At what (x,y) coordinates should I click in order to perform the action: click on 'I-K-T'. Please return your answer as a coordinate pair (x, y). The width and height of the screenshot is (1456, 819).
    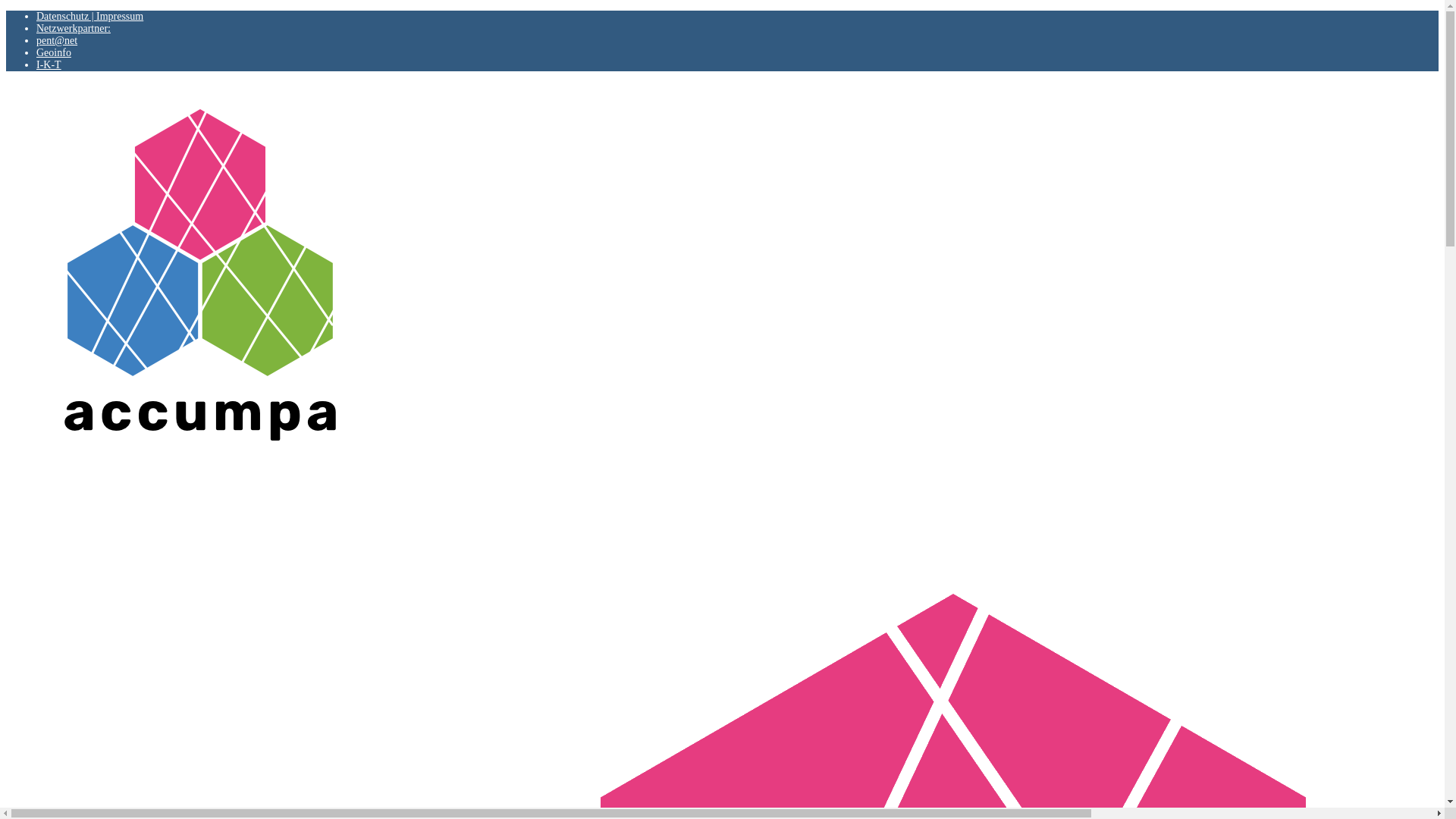
    Looking at the image, I should click on (49, 64).